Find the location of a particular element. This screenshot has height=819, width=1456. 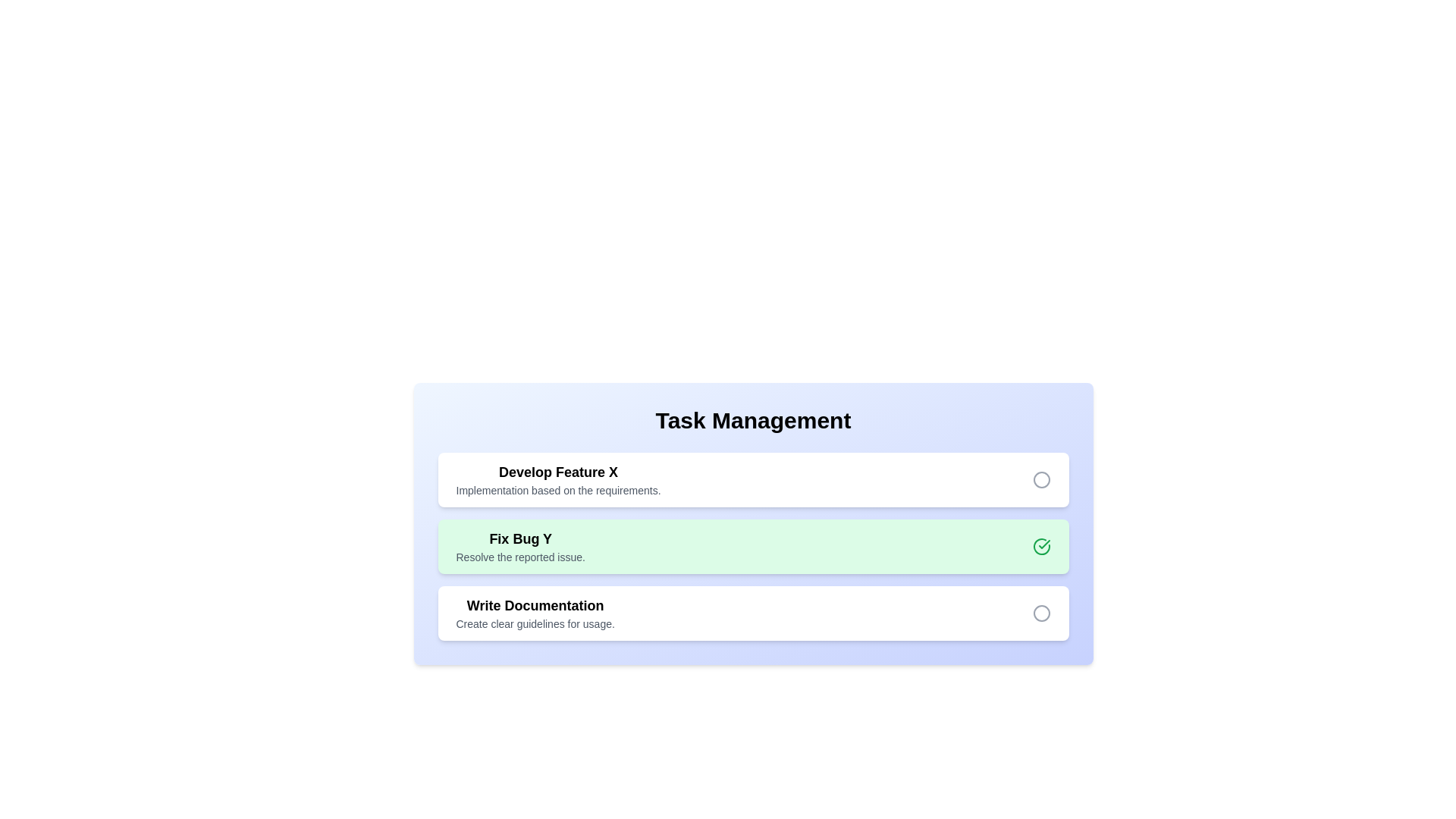

the task chip corresponding to Develop Feature X to toggle its completion status is located at coordinates (557, 479).